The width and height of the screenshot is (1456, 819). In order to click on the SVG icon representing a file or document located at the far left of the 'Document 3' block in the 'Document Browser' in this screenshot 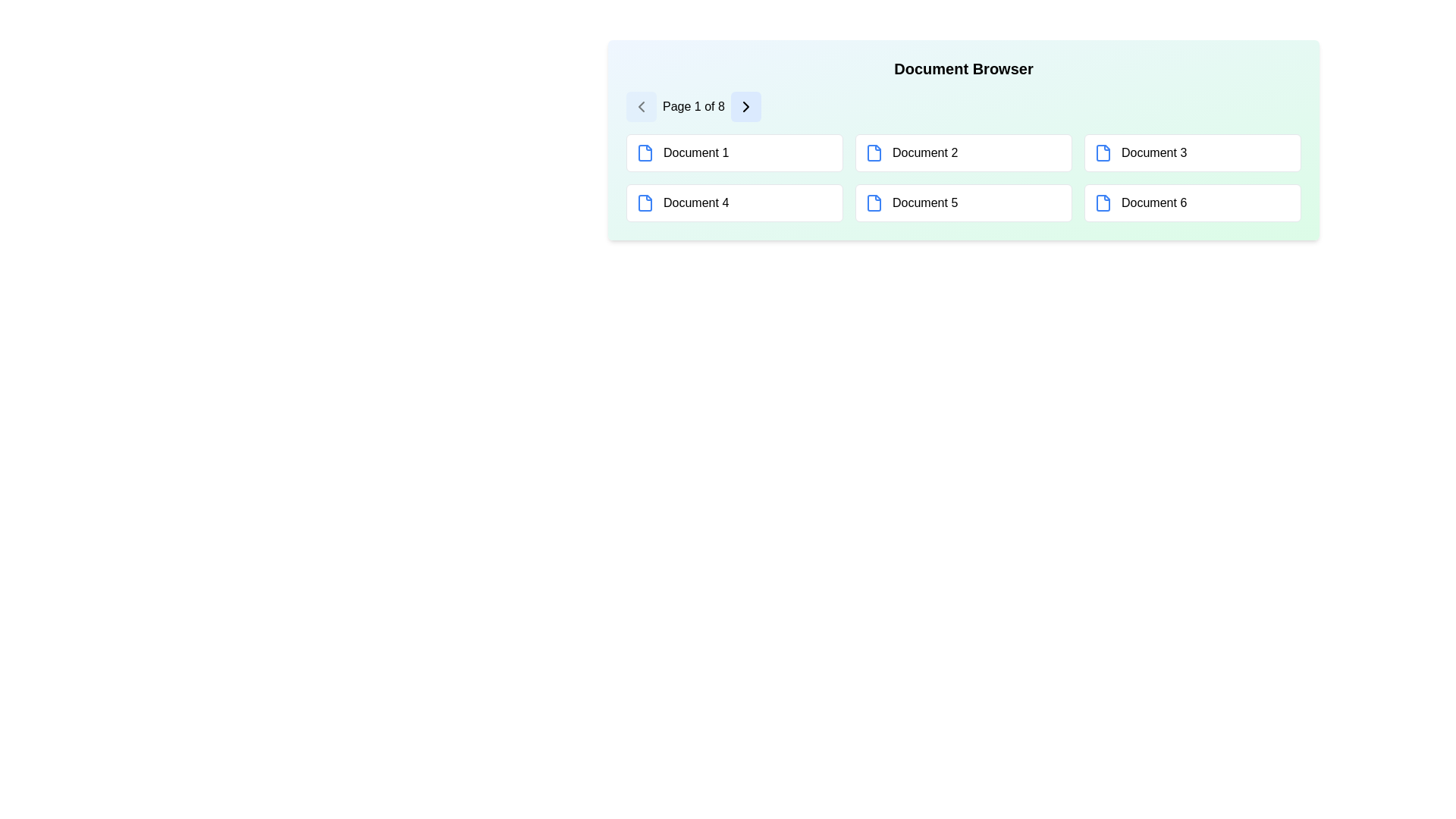, I will do `click(1103, 152)`.